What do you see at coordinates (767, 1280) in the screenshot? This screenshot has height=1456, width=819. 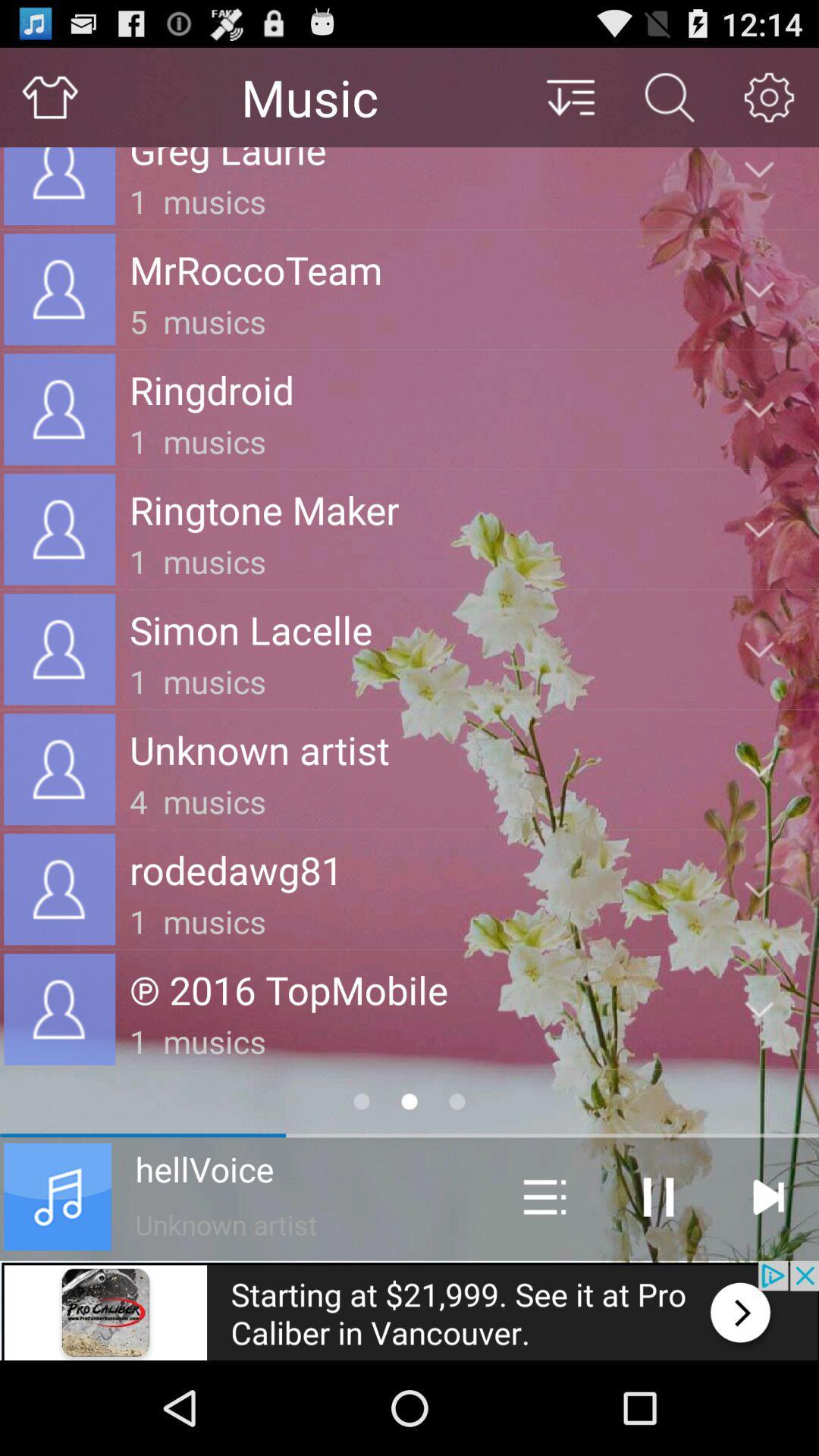 I see `the skip_next icon` at bounding box center [767, 1280].